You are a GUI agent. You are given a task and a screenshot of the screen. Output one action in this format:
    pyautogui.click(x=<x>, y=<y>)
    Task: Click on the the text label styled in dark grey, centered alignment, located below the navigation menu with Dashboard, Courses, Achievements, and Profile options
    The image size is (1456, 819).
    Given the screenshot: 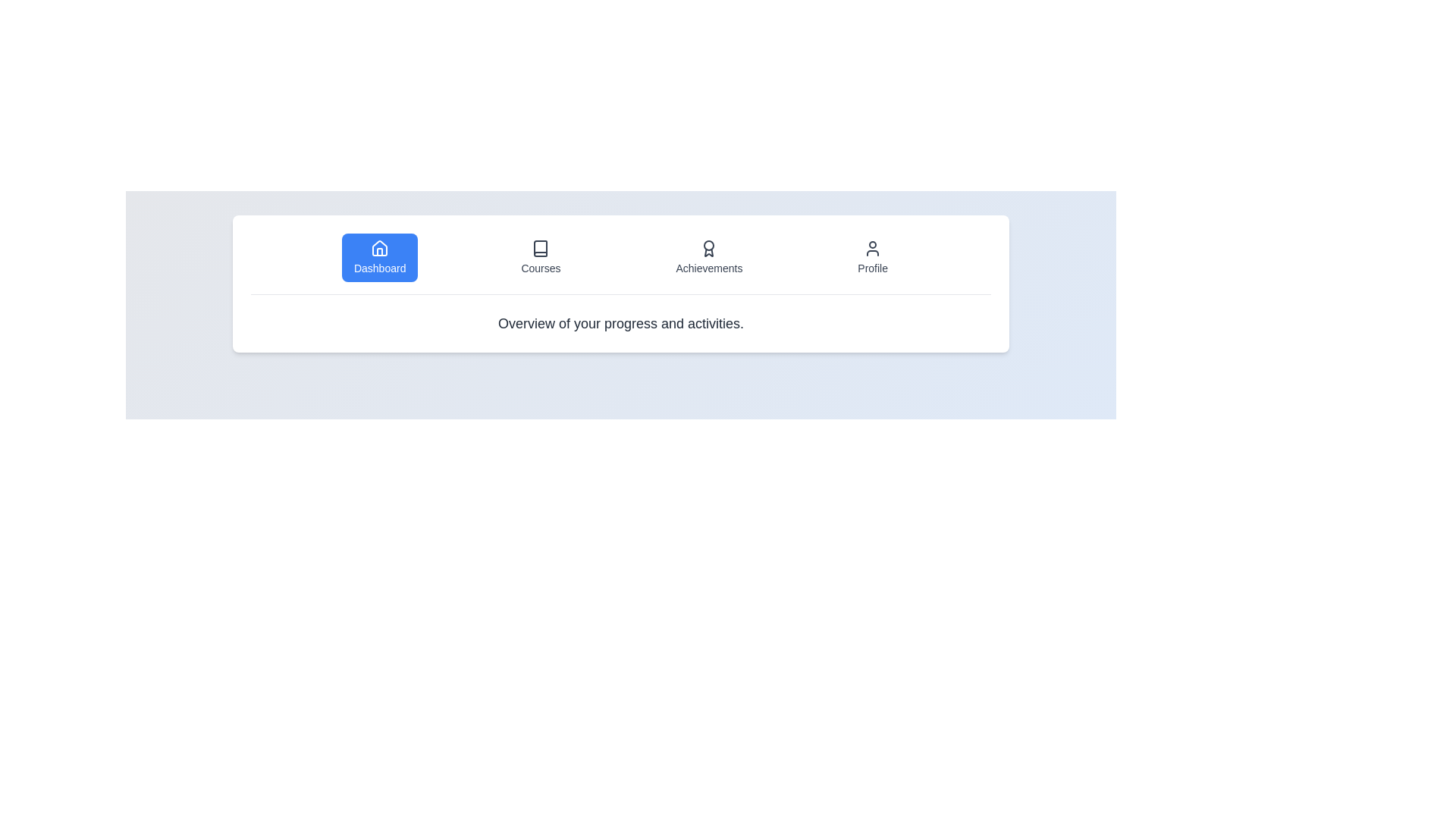 What is the action you would take?
    pyautogui.click(x=621, y=323)
    